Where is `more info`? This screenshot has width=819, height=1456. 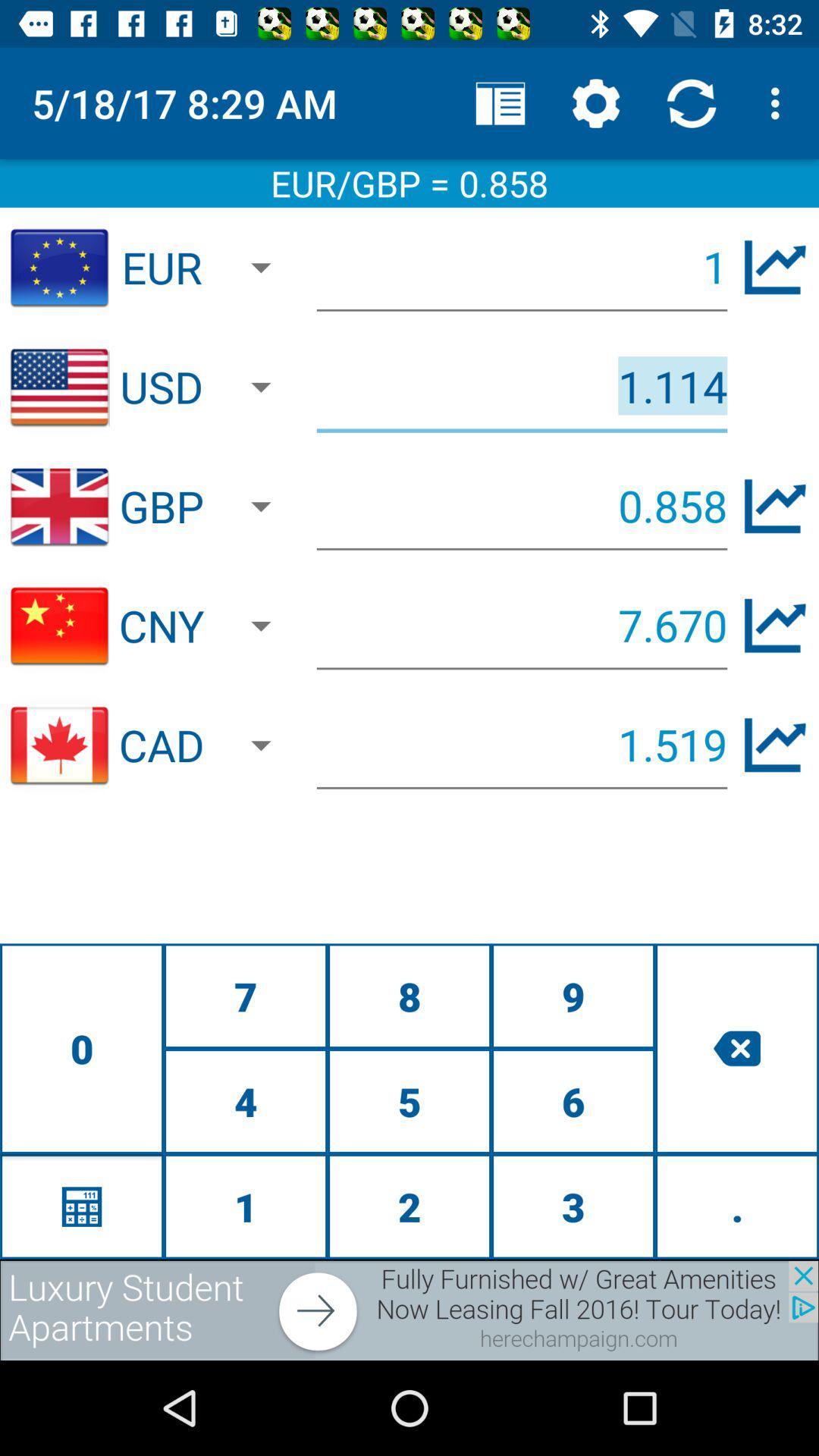
more info is located at coordinates (775, 626).